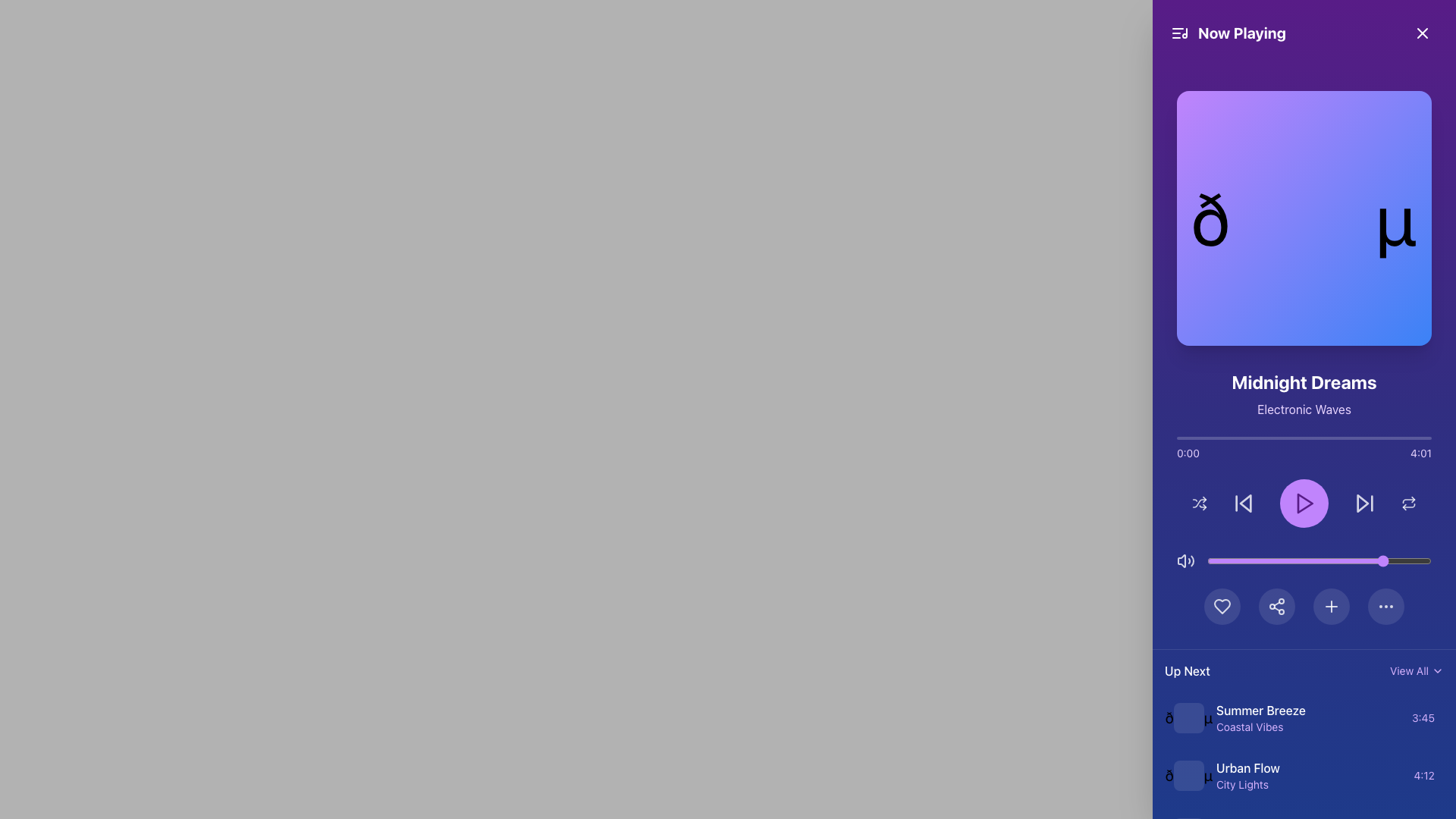 Image resolution: width=1456 pixels, height=819 pixels. Describe the element at coordinates (1303, 717) in the screenshot. I see `the first track button in the 'Up Next' playlist` at that location.